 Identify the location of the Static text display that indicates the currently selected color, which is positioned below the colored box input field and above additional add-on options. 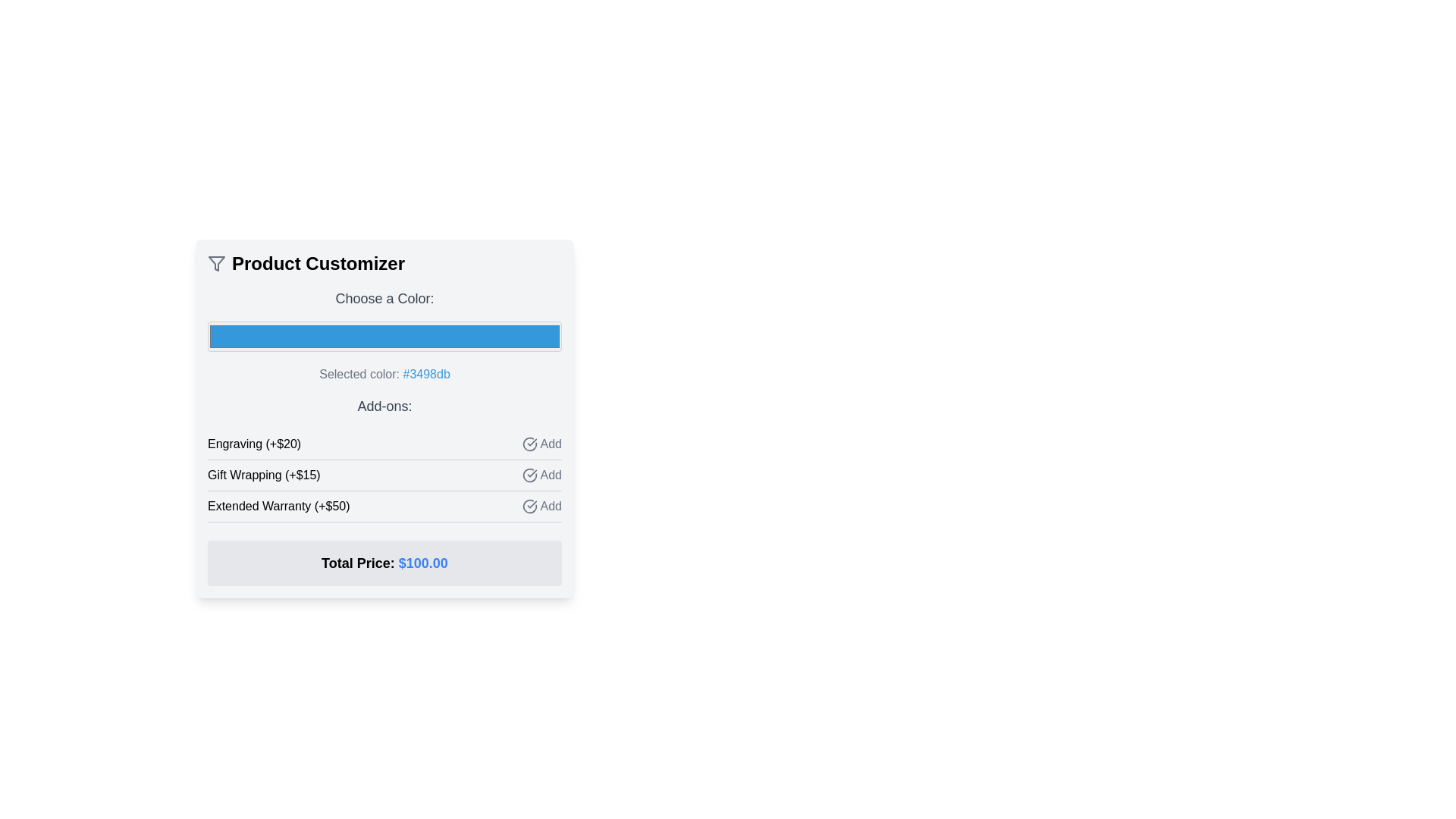
(384, 374).